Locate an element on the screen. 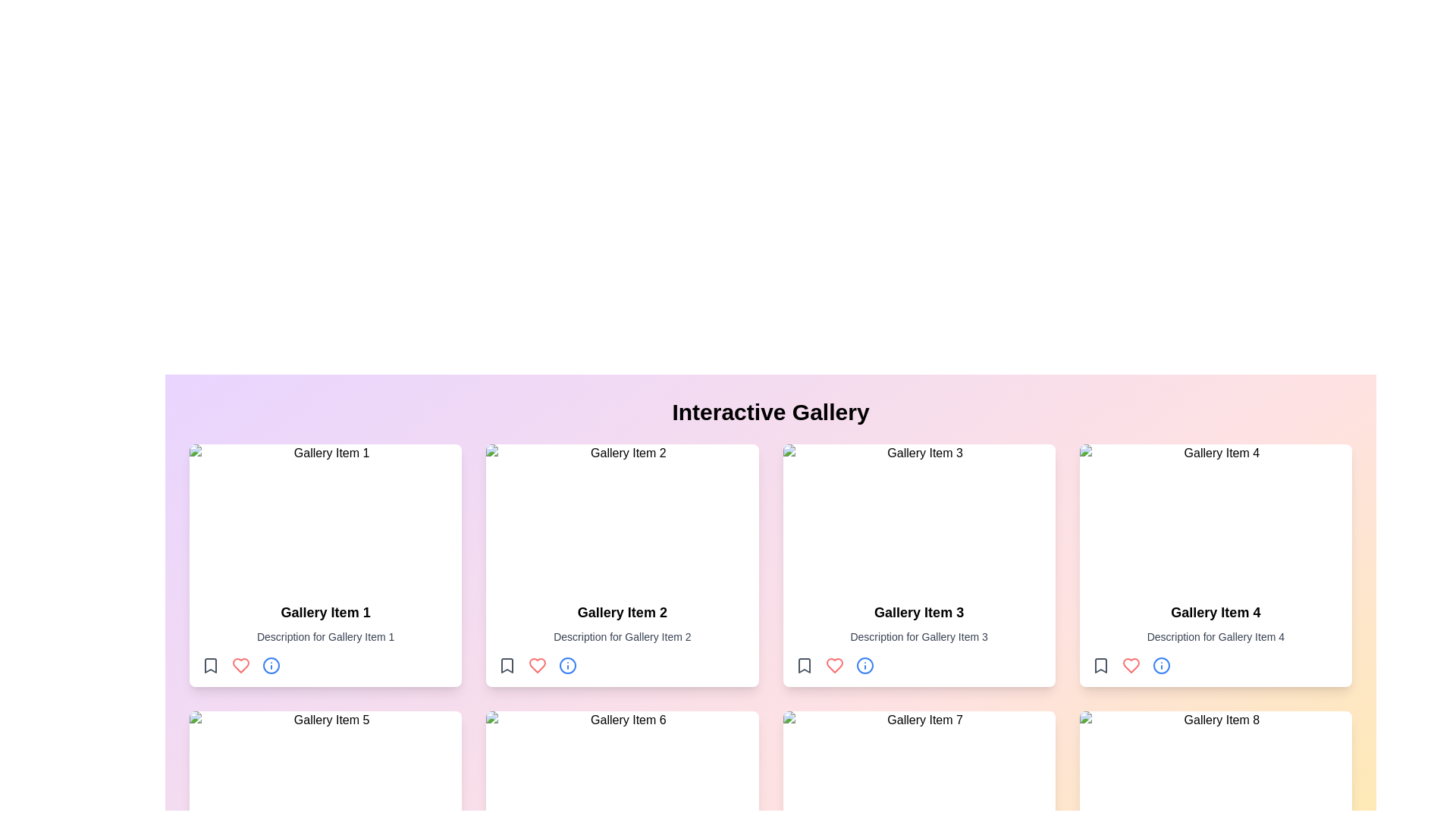 The width and height of the screenshot is (1456, 819). the favorite icon button located between the bookmark and information icons at the bottom of 'Gallery Item 4' is located at coordinates (1131, 665).